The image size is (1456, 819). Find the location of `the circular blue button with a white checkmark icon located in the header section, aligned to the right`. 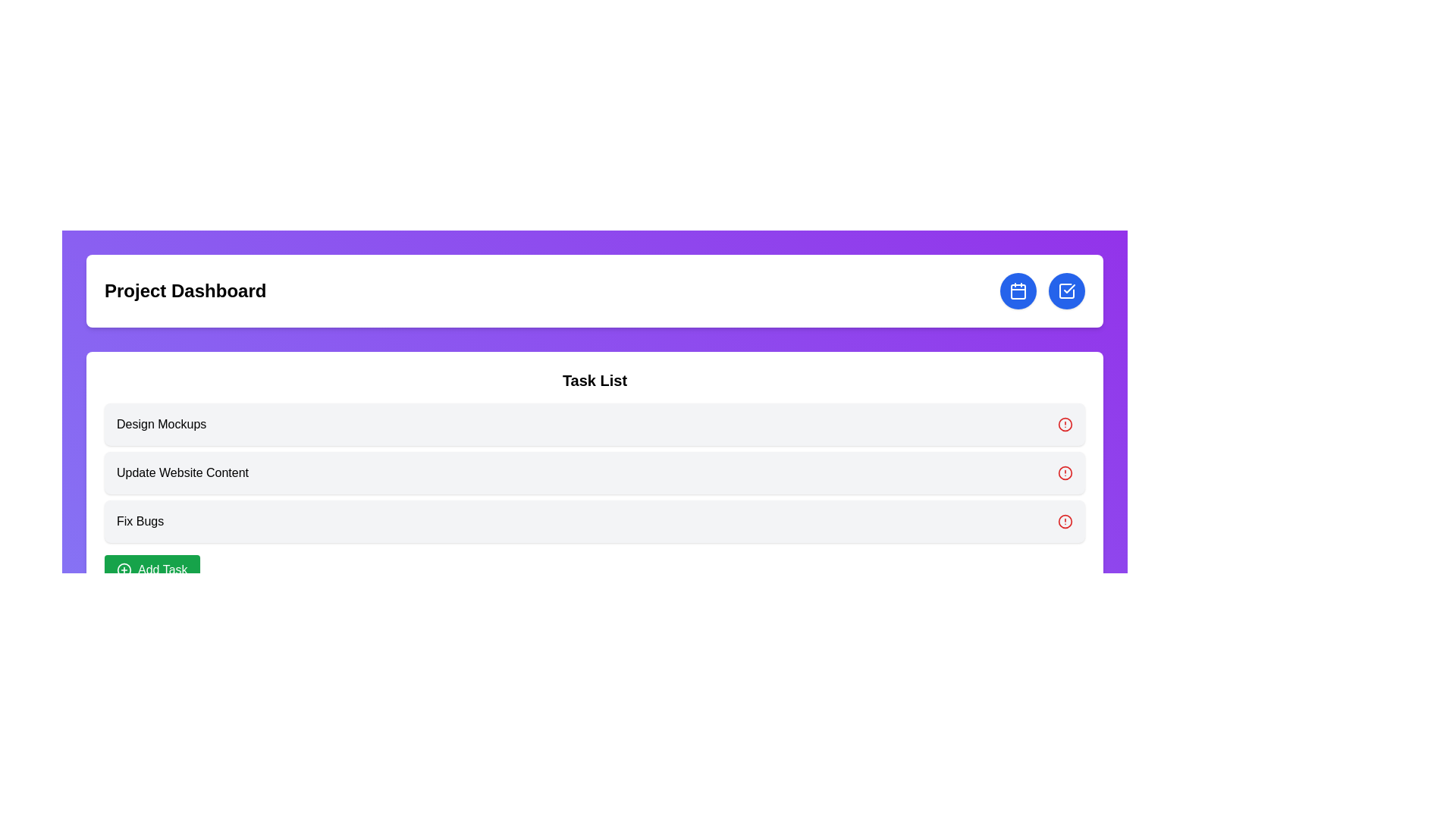

the circular blue button with a white checkmark icon located in the header section, aligned to the right is located at coordinates (1065, 291).